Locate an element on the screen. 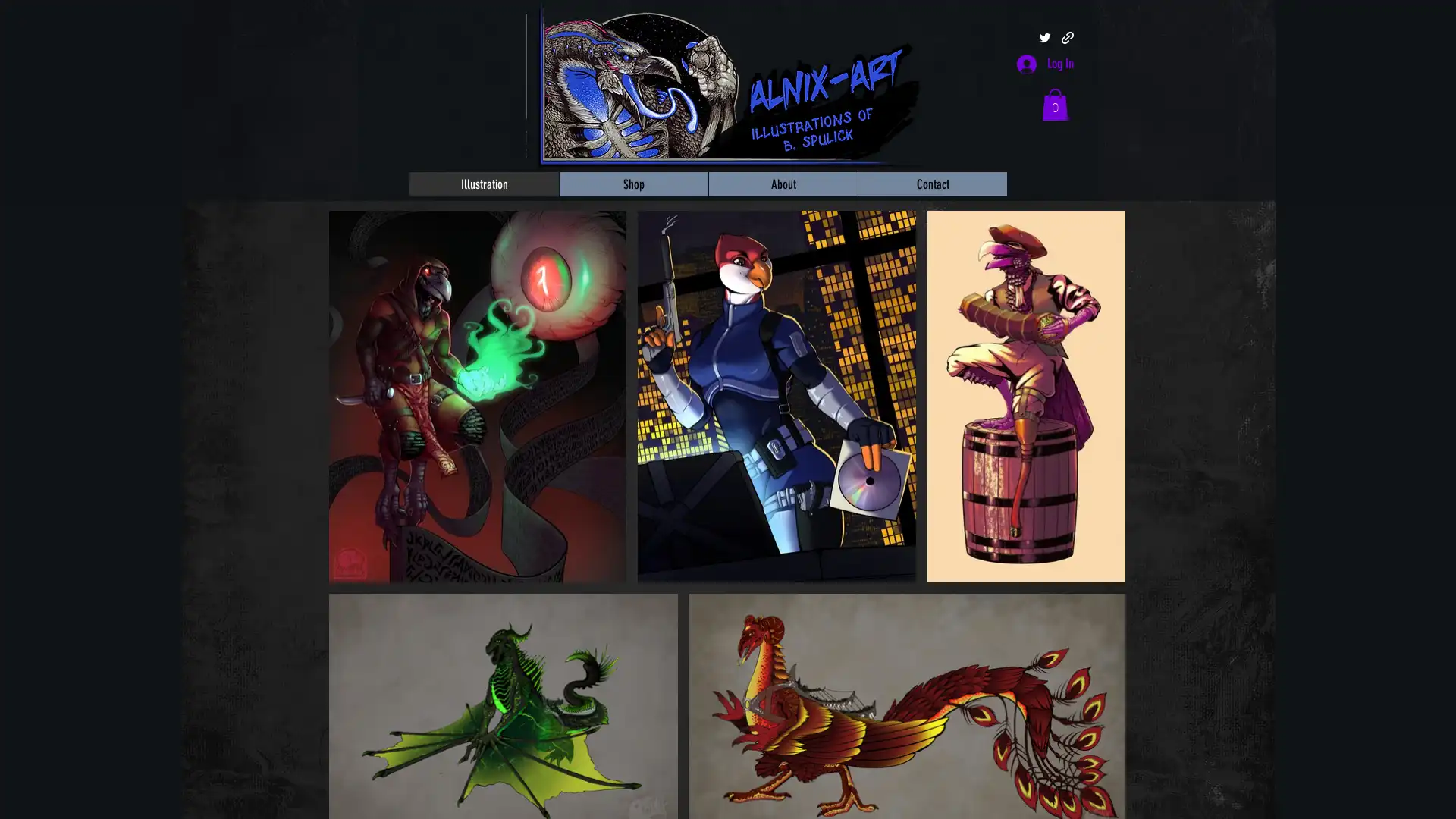  Spulick_KenkuWarlock.jpg is located at coordinates (476, 396).